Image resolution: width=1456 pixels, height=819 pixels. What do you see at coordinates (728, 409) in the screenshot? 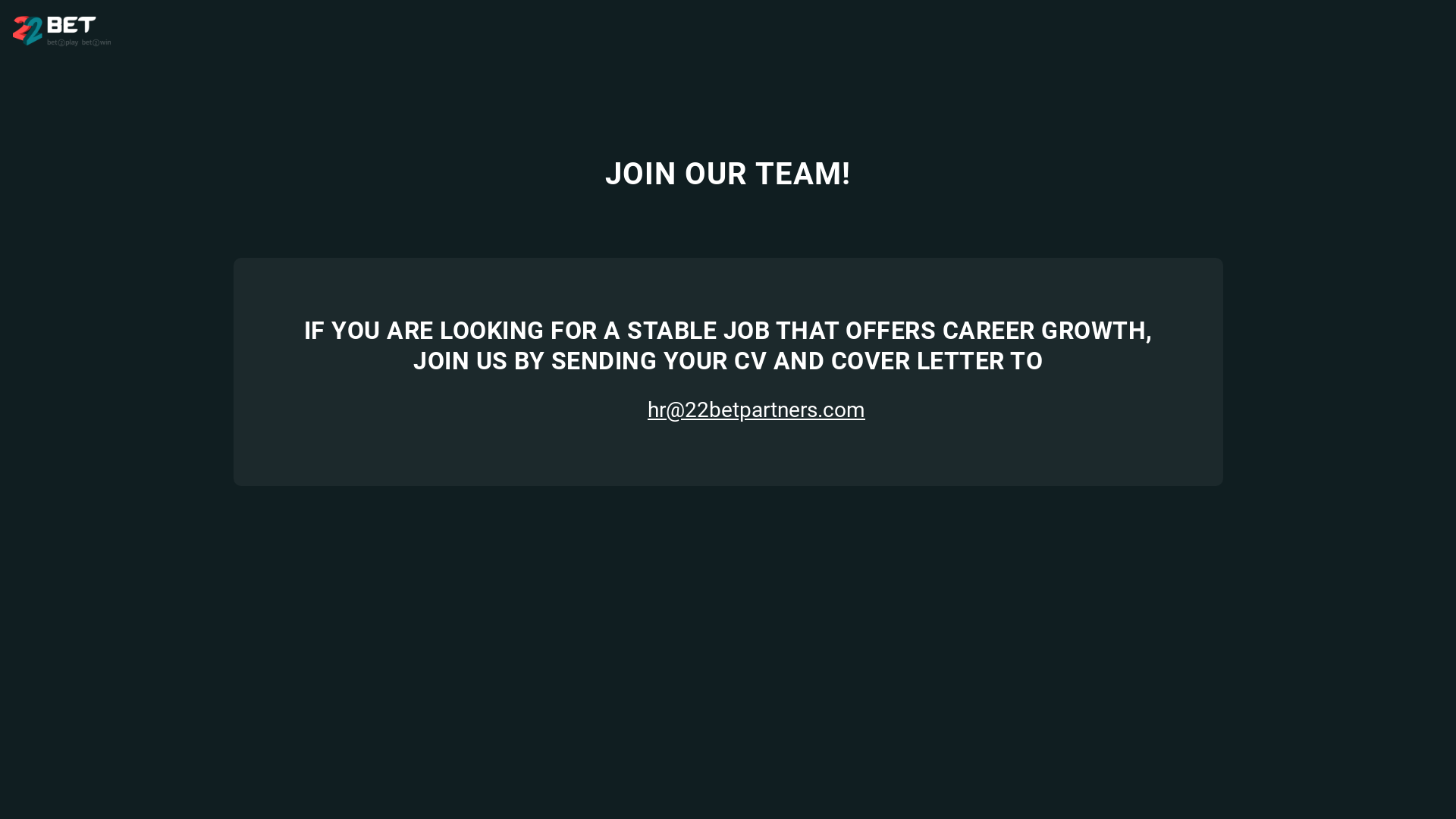
I see `'hr@22betpartners.com'` at bounding box center [728, 409].